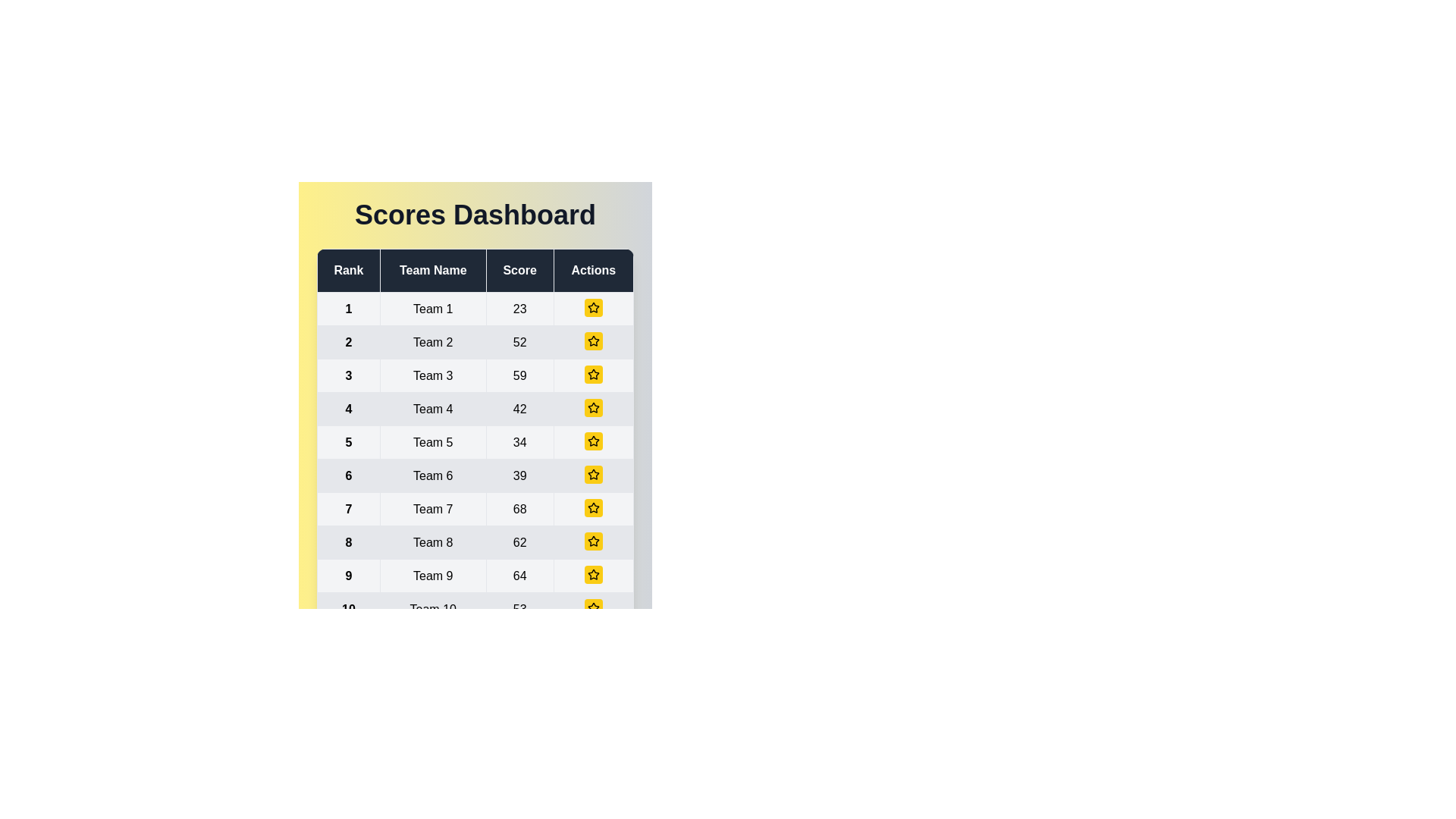 This screenshot has height=819, width=1456. Describe the element at coordinates (348, 270) in the screenshot. I see `the column header for Rank to sort the table by that column` at that location.